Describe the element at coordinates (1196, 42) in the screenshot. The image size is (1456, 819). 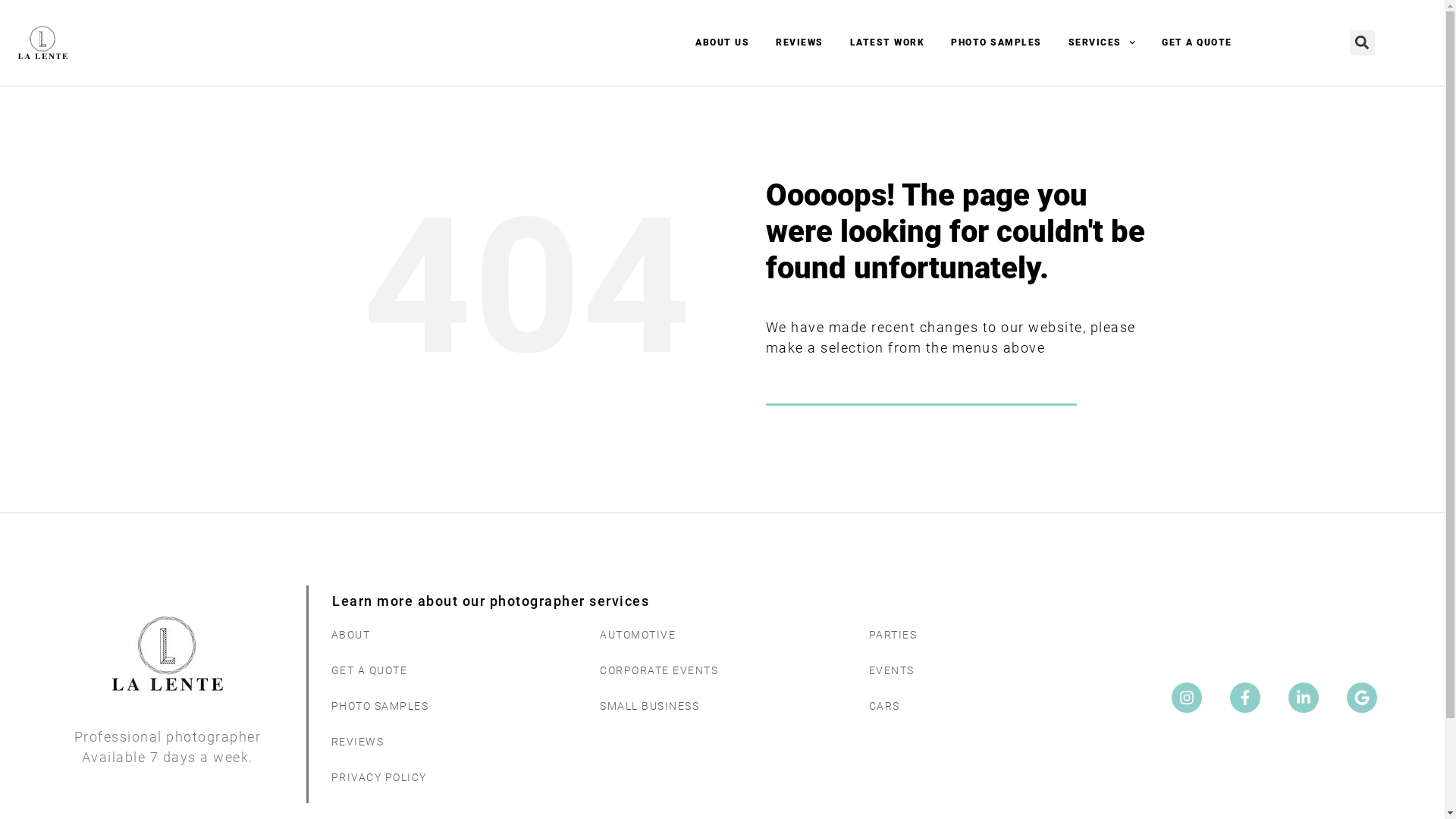
I see `'GET A QUOTE'` at that location.